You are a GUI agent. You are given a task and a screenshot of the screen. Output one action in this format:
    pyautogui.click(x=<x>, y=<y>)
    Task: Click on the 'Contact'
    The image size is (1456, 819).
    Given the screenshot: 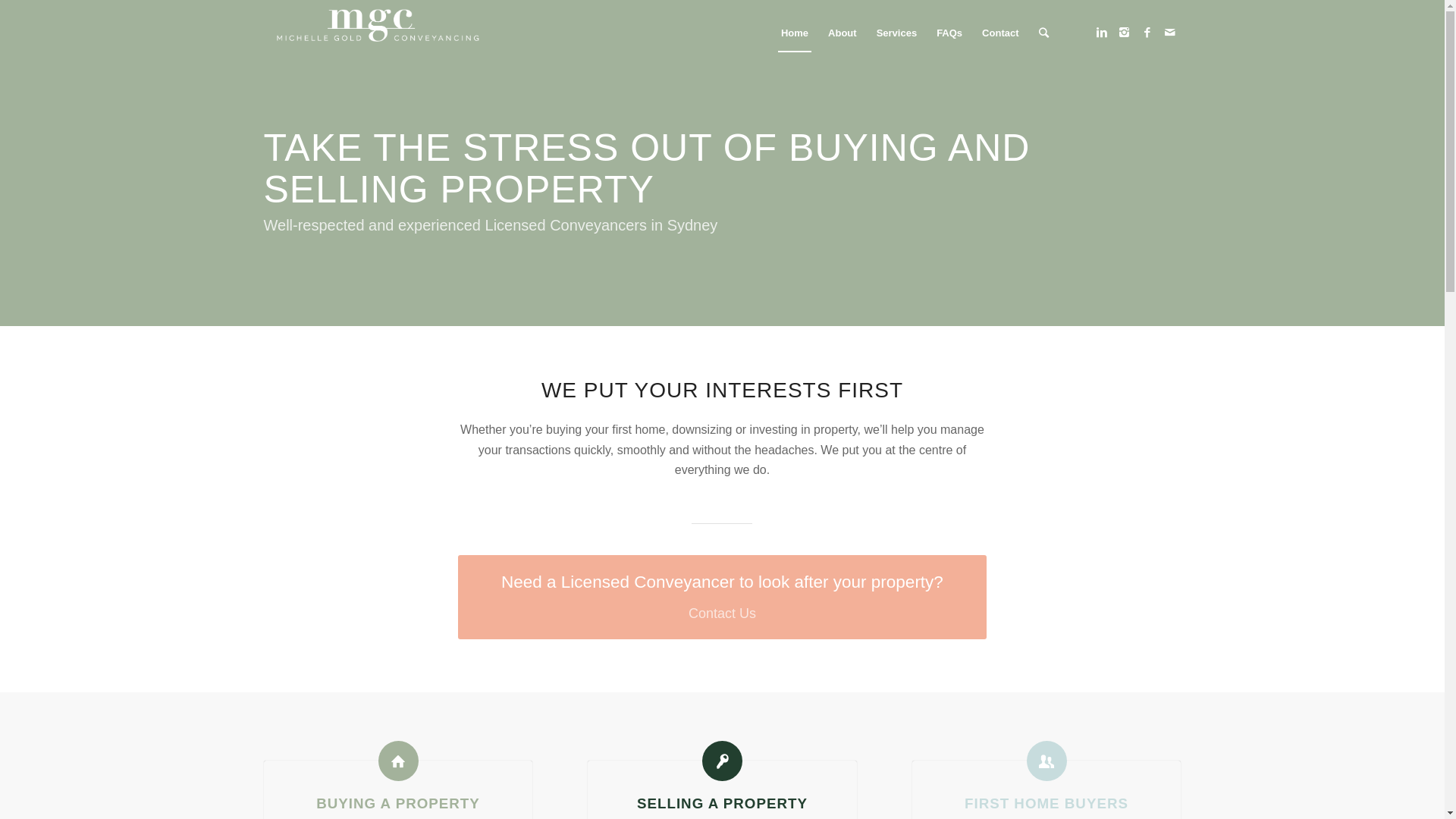 What is the action you would take?
    pyautogui.click(x=1000, y=33)
    